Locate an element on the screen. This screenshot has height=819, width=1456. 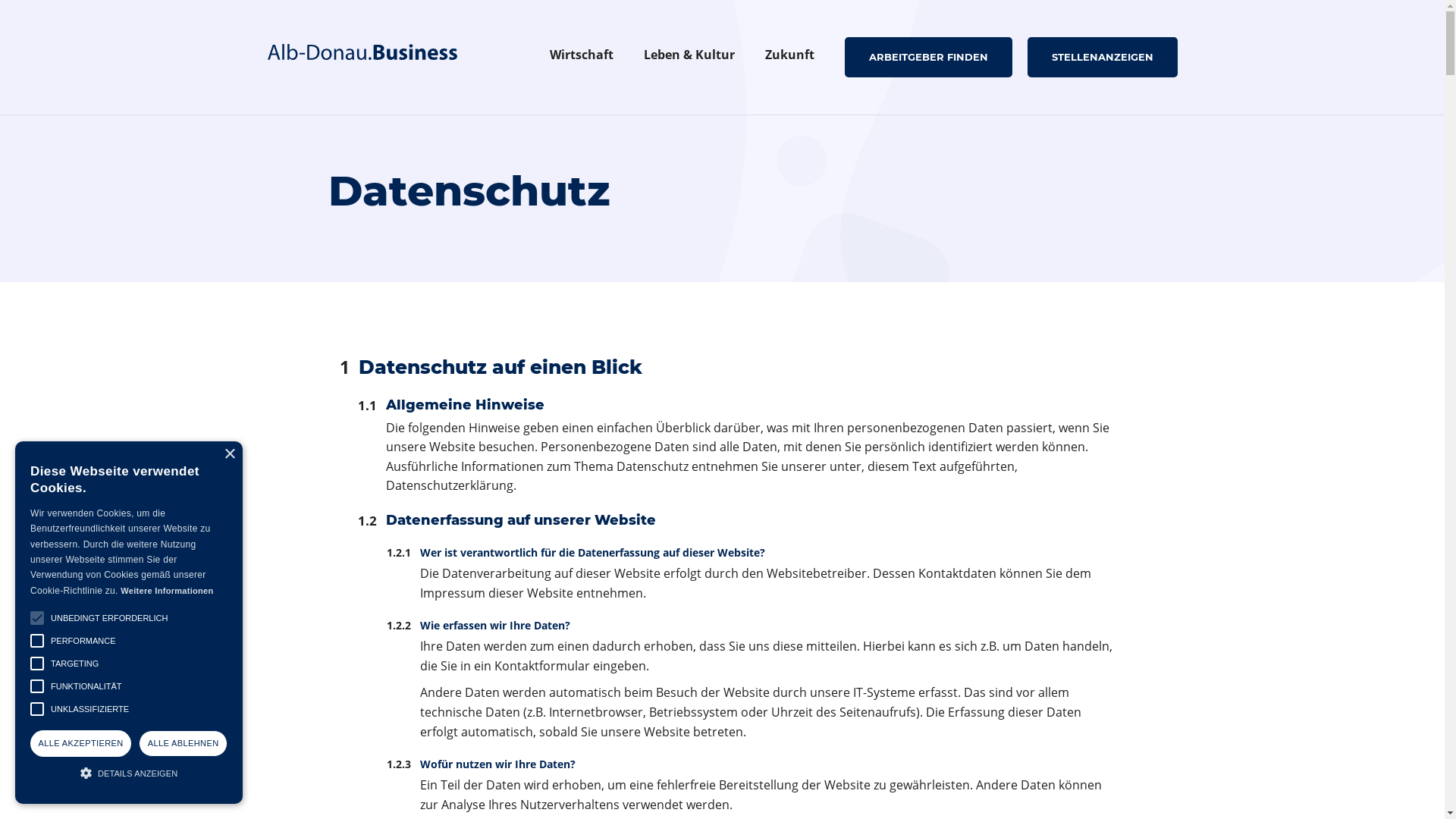
'Zukunft' is located at coordinates (789, 56).